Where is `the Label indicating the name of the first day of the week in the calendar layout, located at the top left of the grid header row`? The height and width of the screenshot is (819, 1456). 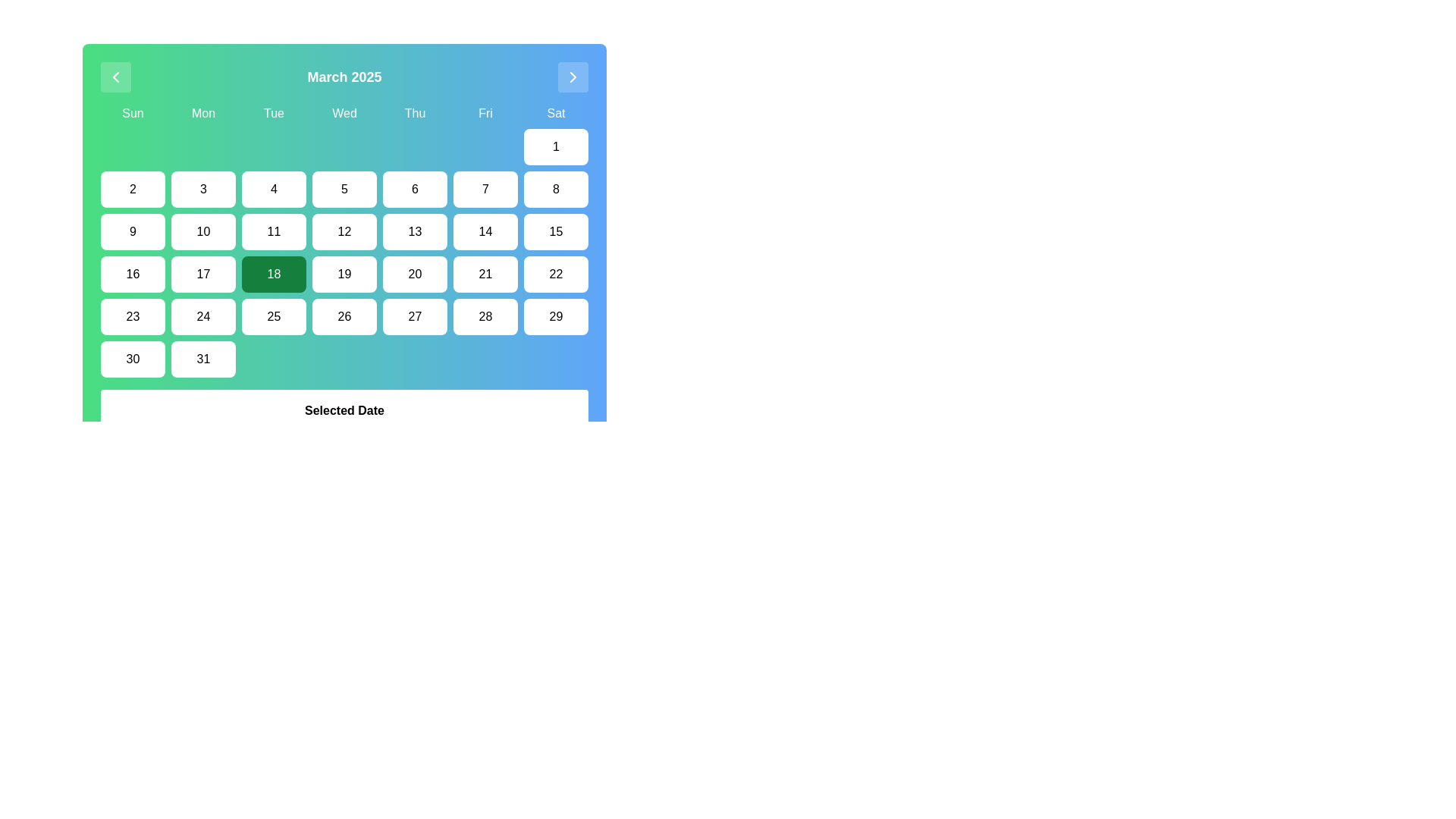
the Label indicating the name of the first day of the week in the calendar layout, located at the top left of the grid header row is located at coordinates (133, 113).